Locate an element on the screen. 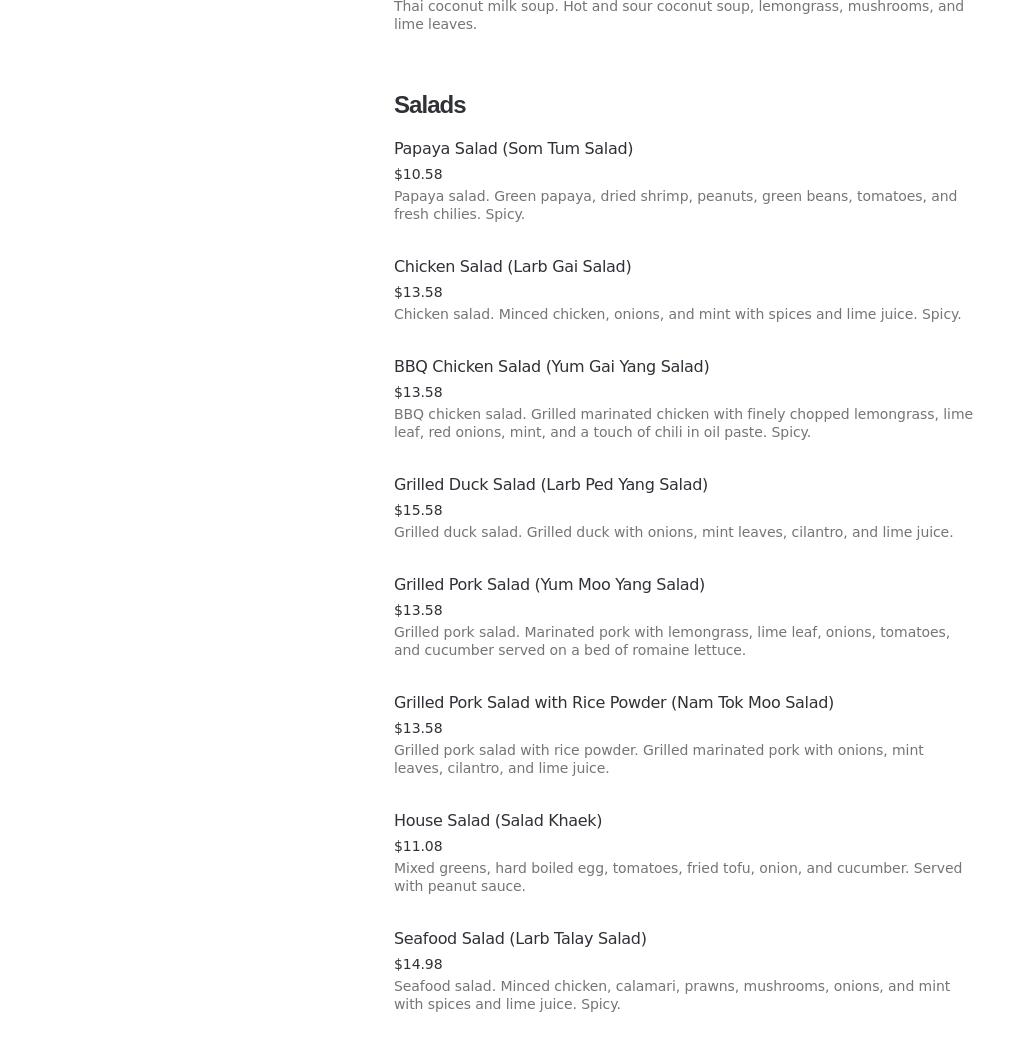 The height and width of the screenshot is (1037, 1024). 'Papaya salad. Green papaya, dried shrimp, peanuts, green beans, tomatoes, and fresh chilies. Spicy.' is located at coordinates (674, 204).